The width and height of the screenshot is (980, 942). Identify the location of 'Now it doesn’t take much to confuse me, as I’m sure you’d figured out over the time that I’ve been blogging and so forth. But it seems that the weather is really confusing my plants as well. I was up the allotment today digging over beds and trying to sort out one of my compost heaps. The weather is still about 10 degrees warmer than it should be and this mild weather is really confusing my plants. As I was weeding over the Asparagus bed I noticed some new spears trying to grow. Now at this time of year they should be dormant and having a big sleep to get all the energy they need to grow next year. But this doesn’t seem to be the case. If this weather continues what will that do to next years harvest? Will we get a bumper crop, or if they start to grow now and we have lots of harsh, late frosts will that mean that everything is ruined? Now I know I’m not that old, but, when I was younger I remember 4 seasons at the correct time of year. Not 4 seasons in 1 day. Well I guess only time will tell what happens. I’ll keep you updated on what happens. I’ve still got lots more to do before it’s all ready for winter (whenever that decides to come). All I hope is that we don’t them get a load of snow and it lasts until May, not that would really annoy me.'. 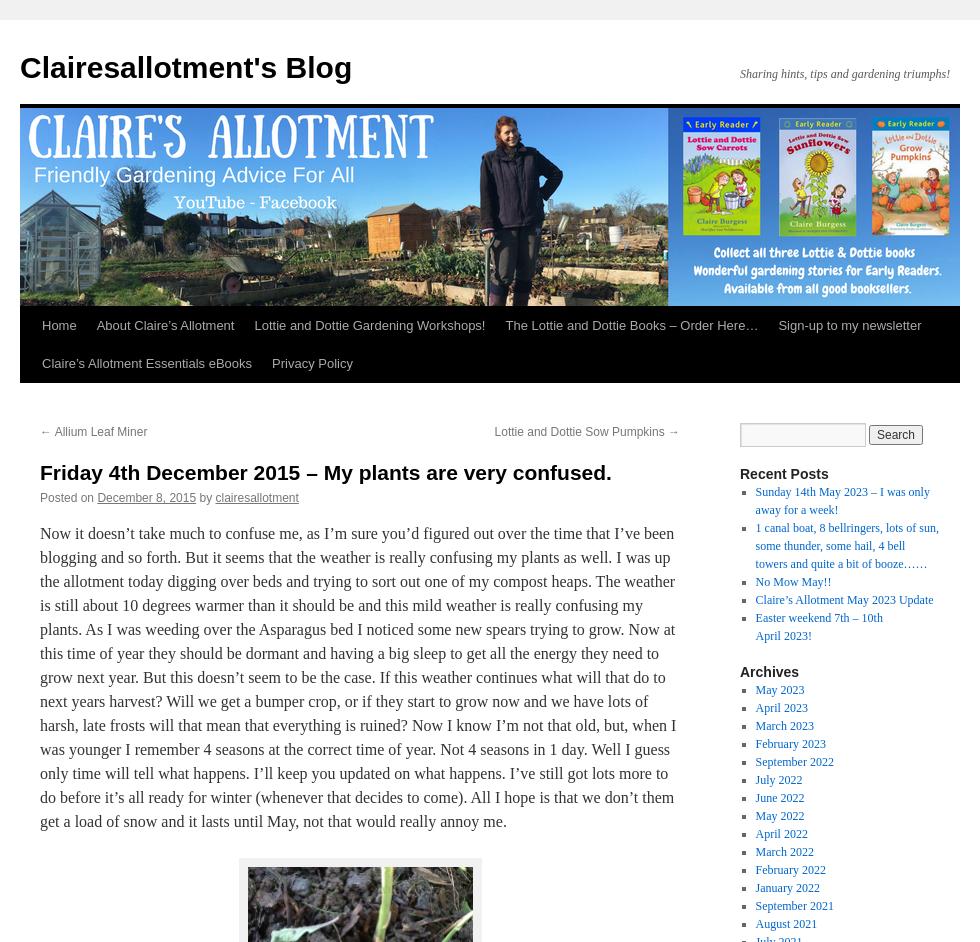
(357, 677).